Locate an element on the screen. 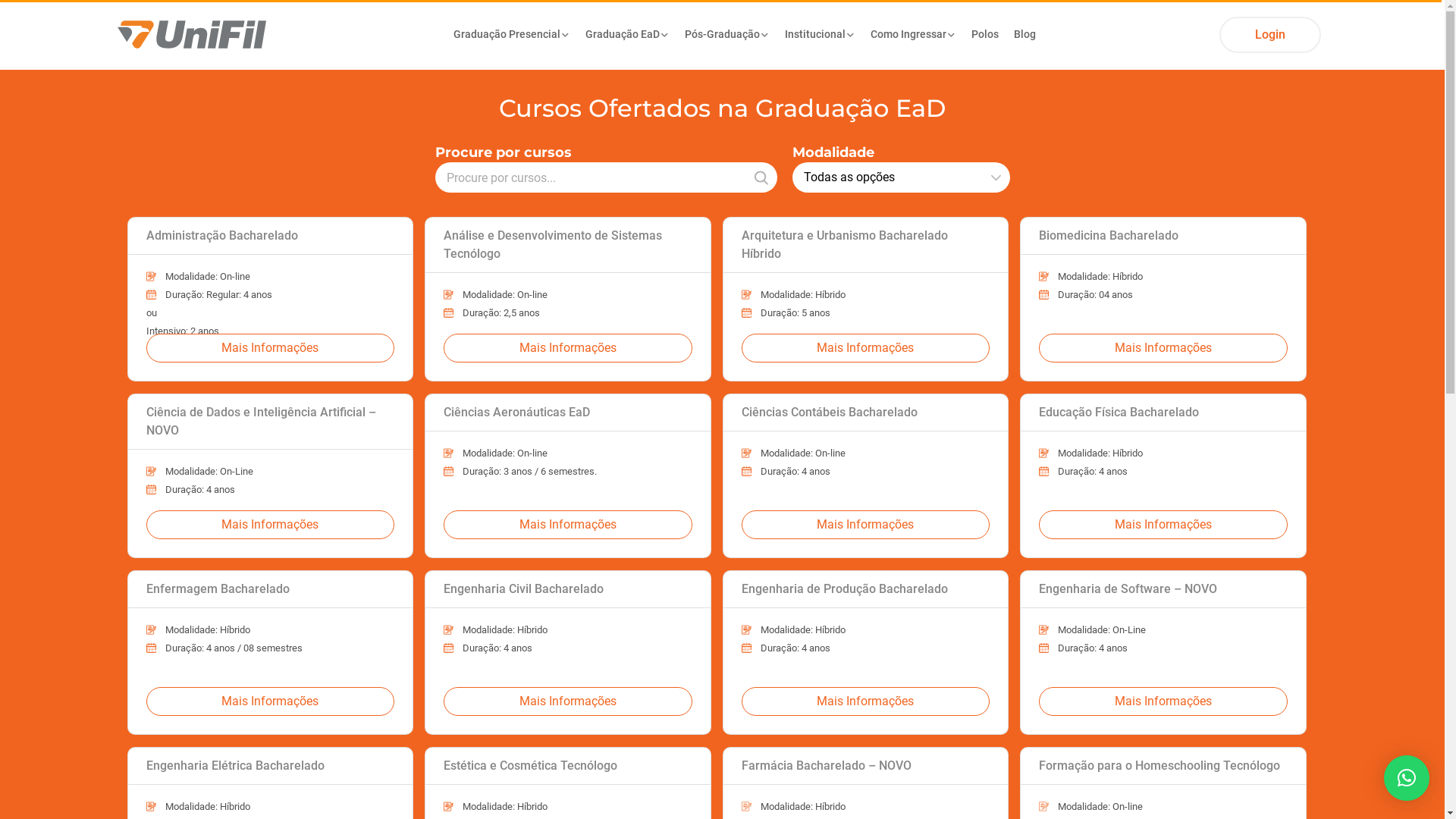  'Como Ingressar' is located at coordinates (912, 34).